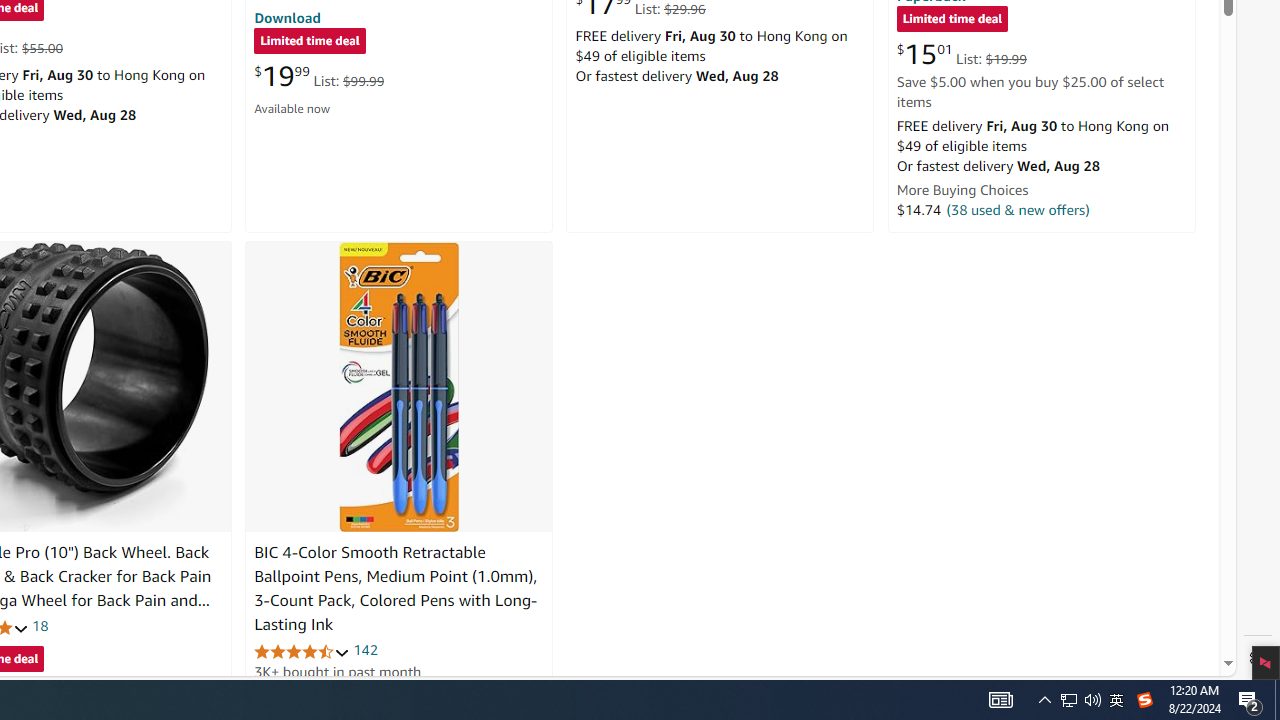 This screenshot has width=1280, height=720. I want to click on '142', so click(365, 650).